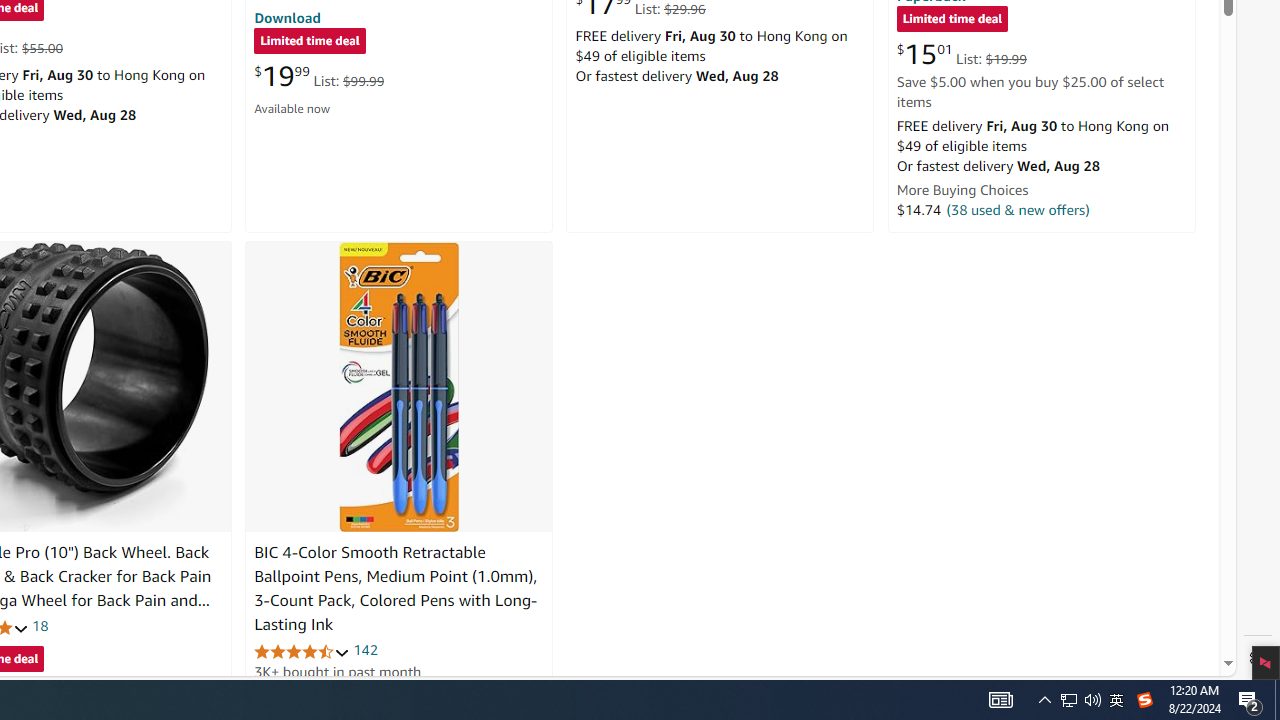 This screenshot has width=1280, height=720. I want to click on '142', so click(365, 650).